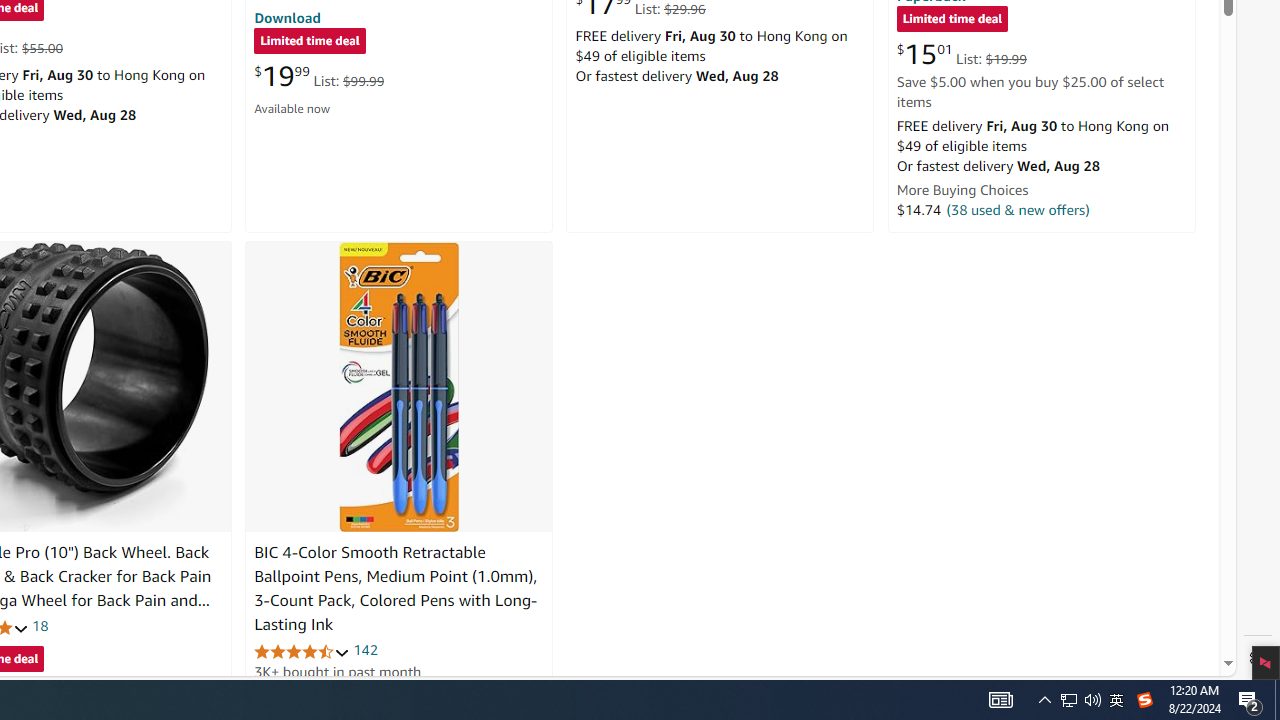 This screenshot has width=1280, height=720. I want to click on '142', so click(365, 650).